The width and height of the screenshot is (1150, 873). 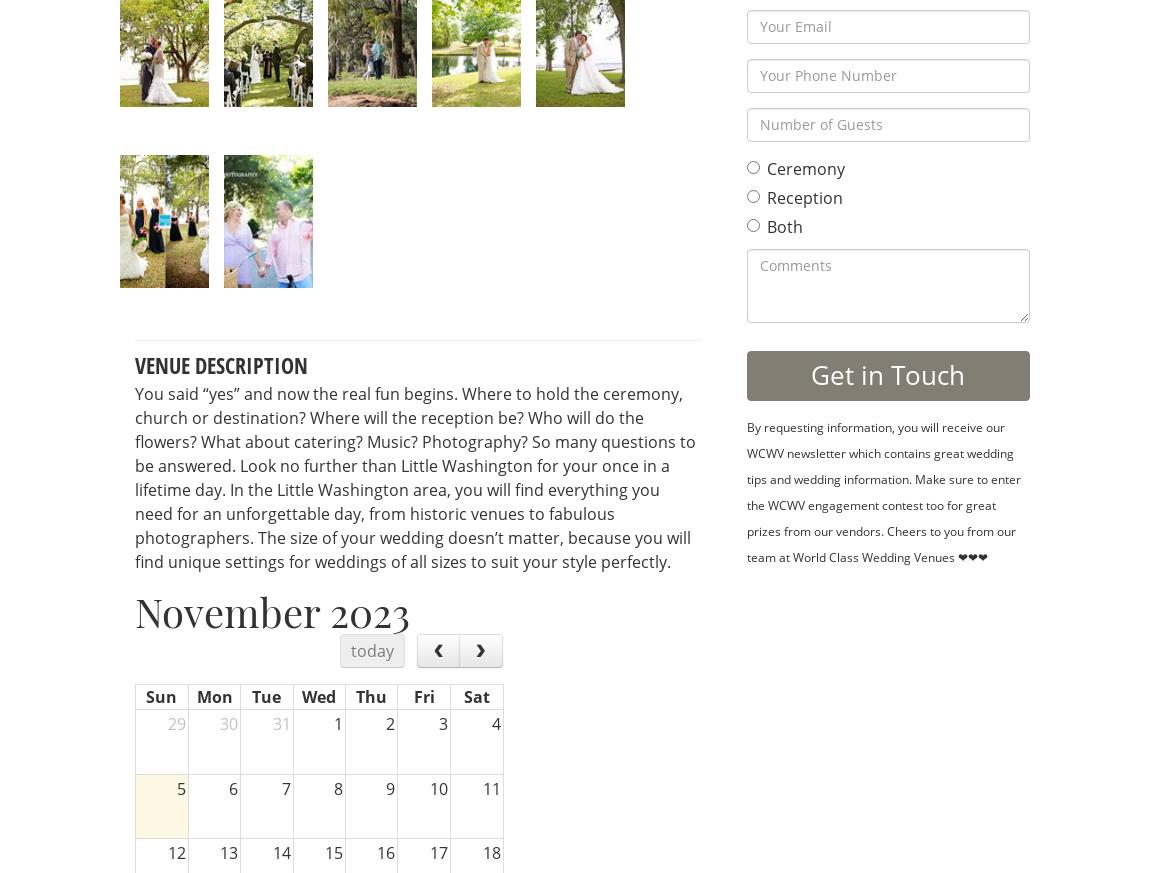 I want to click on 'Booking...', so click(x=819, y=579).